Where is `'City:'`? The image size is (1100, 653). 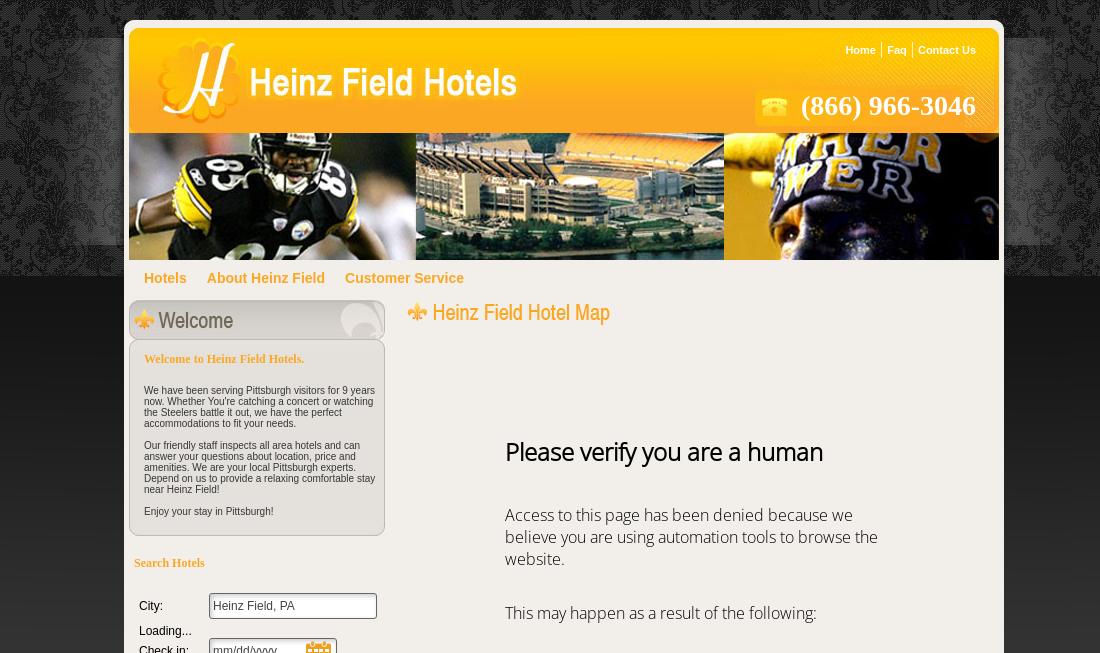 'City:' is located at coordinates (138, 604).